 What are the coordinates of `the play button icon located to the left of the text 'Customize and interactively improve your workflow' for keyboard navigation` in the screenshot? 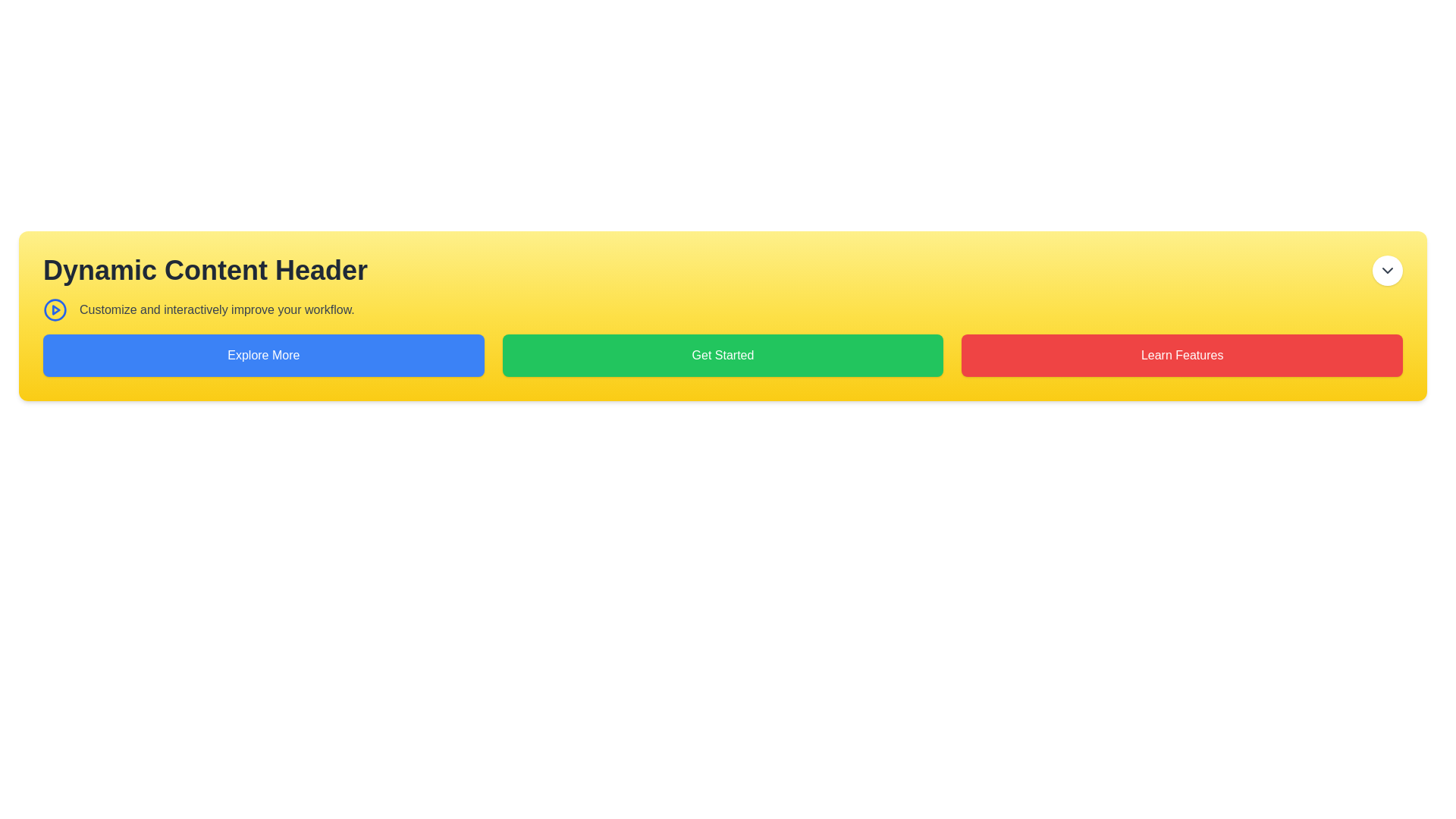 It's located at (55, 309).